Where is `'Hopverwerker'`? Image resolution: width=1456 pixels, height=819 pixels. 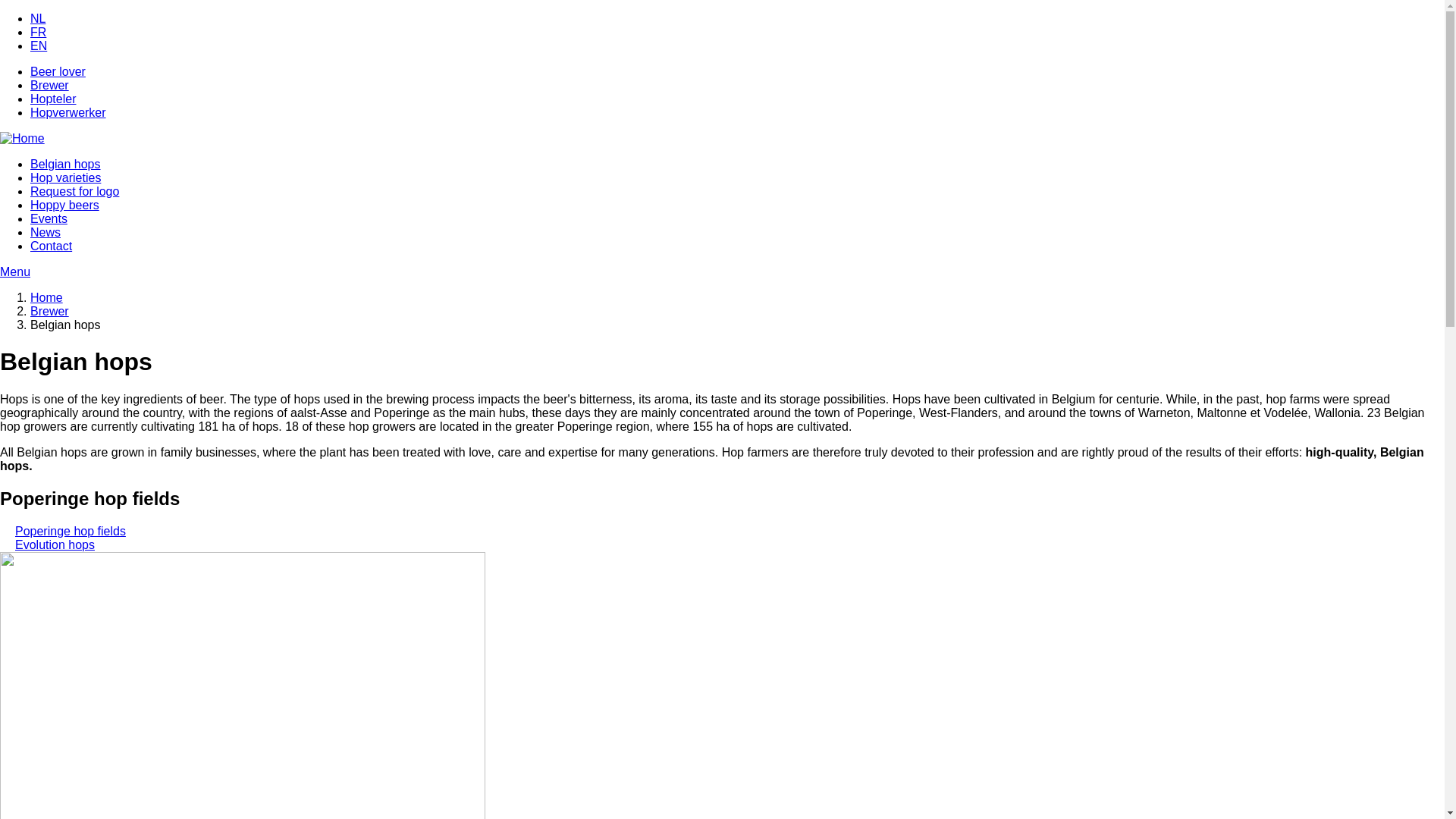
'Hopverwerker' is located at coordinates (67, 111).